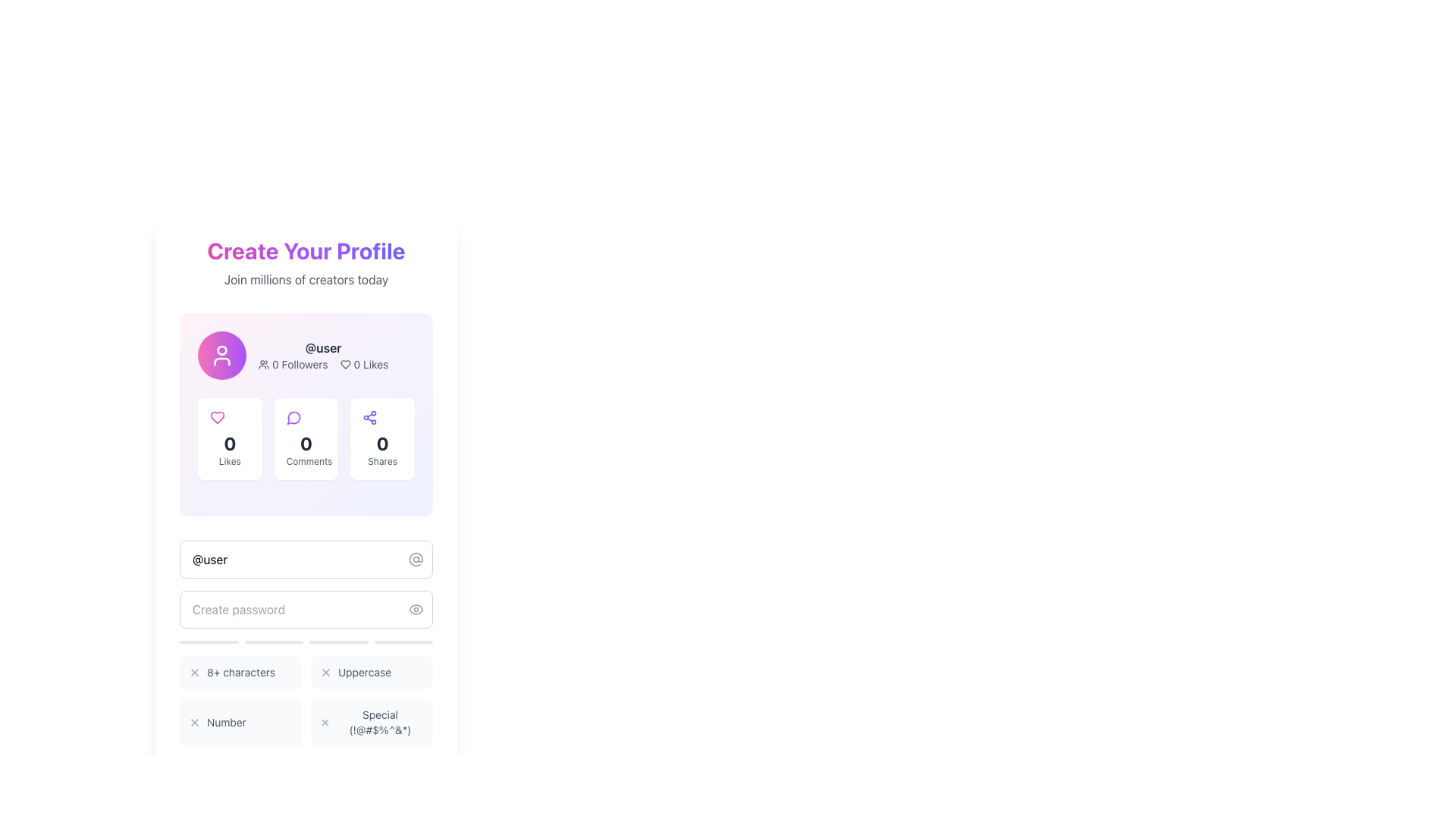 This screenshot has height=819, width=1456. What do you see at coordinates (305, 643) in the screenshot?
I see `the set of status indicators for password requirements located below the password input field in the user profile creation section, if interactivity is enabled` at bounding box center [305, 643].